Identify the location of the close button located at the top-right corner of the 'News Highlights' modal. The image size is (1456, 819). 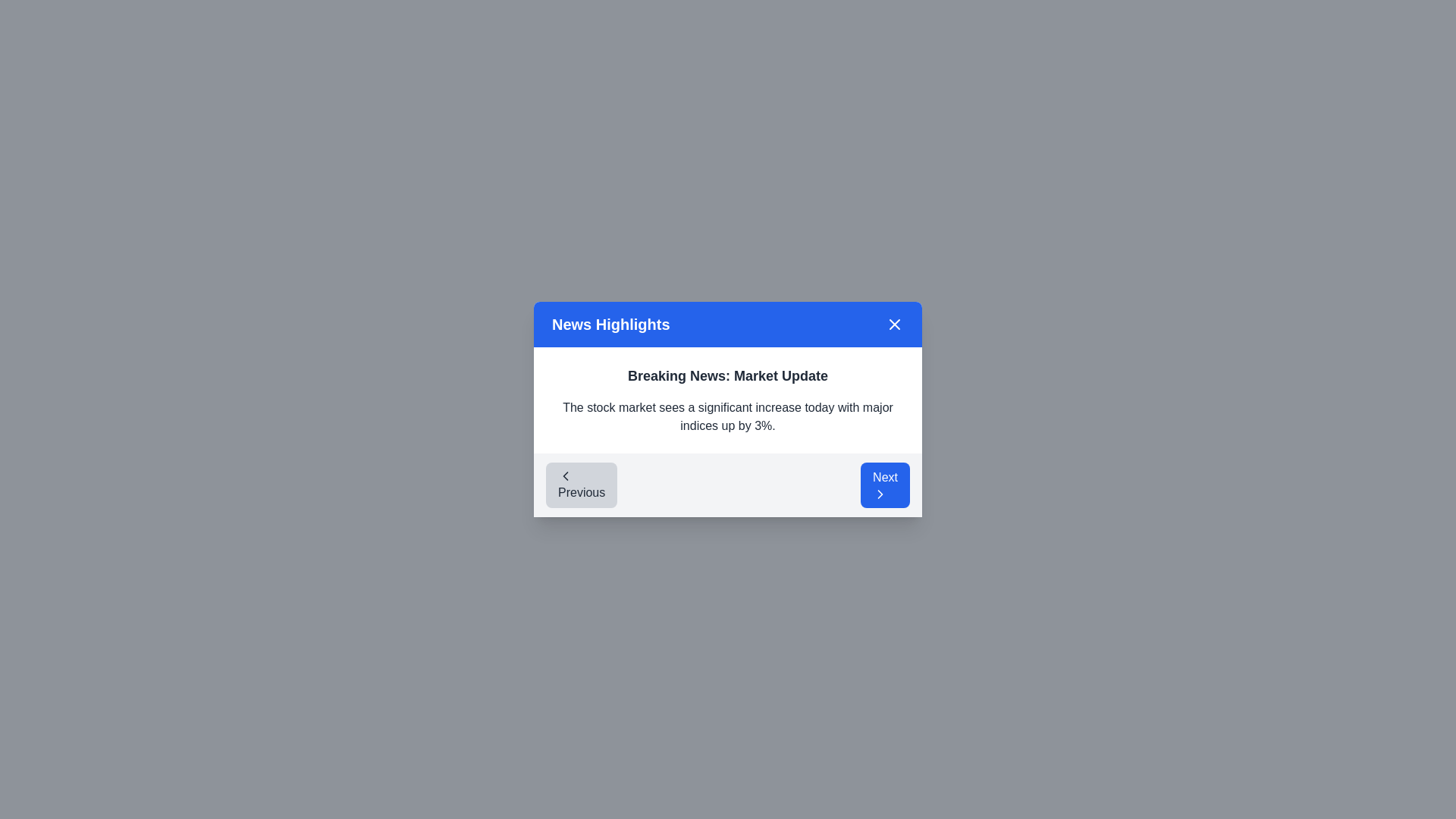
(895, 324).